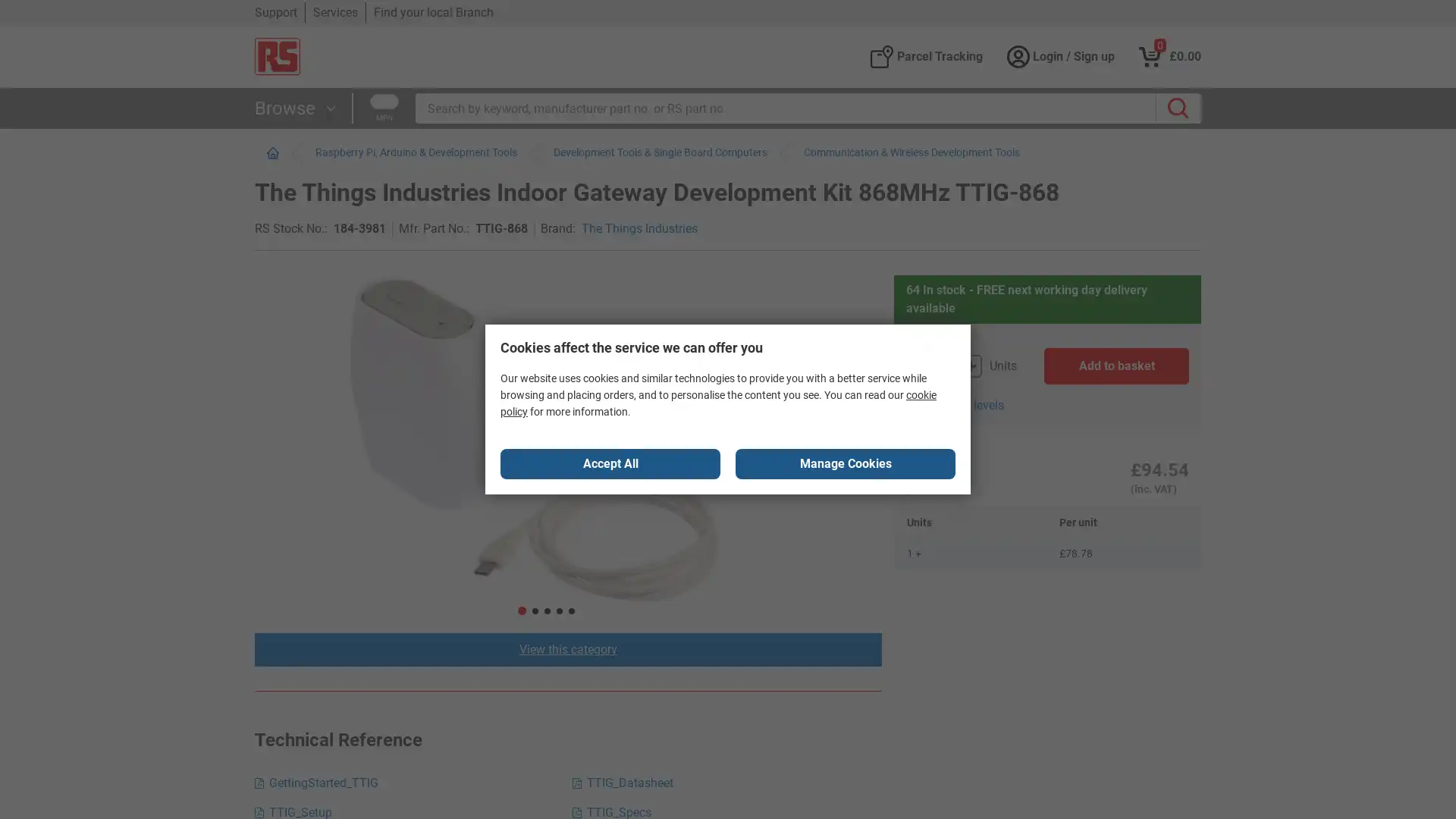 This screenshot has height=819, width=1456. What do you see at coordinates (612, 426) in the screenshot?
I see `Gallery asset 1 of 5 Gallery asset 1 of 5` at bounding box center [612, 426].